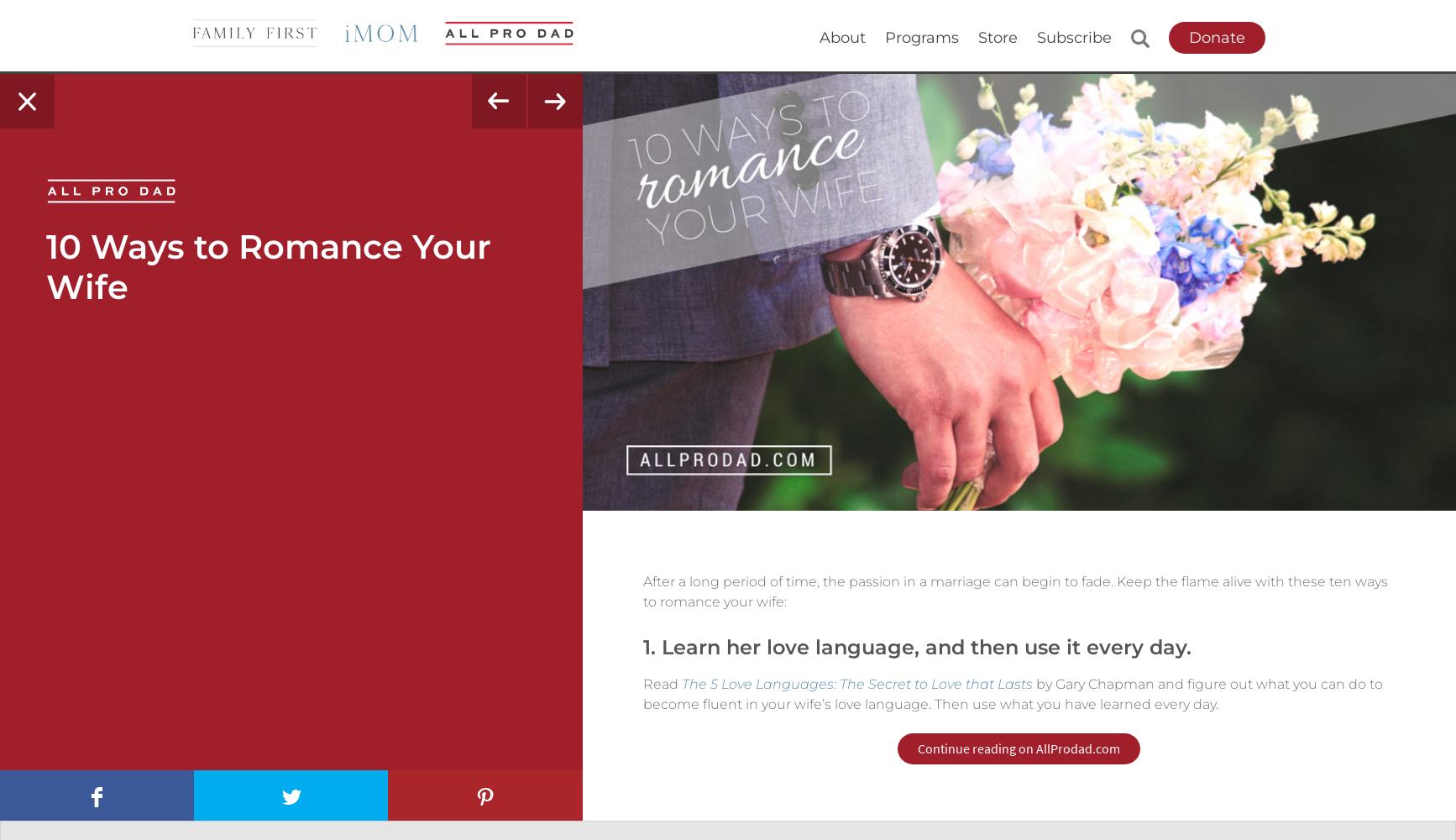  What do you see at coordinates (1015, 591) in the screenshot?
I see `'After a long period of time, the passion in a marriage can begin to fade. Keep the flame alive with these ten ways to romance your wife:'` at bounding box center [1015, 591].